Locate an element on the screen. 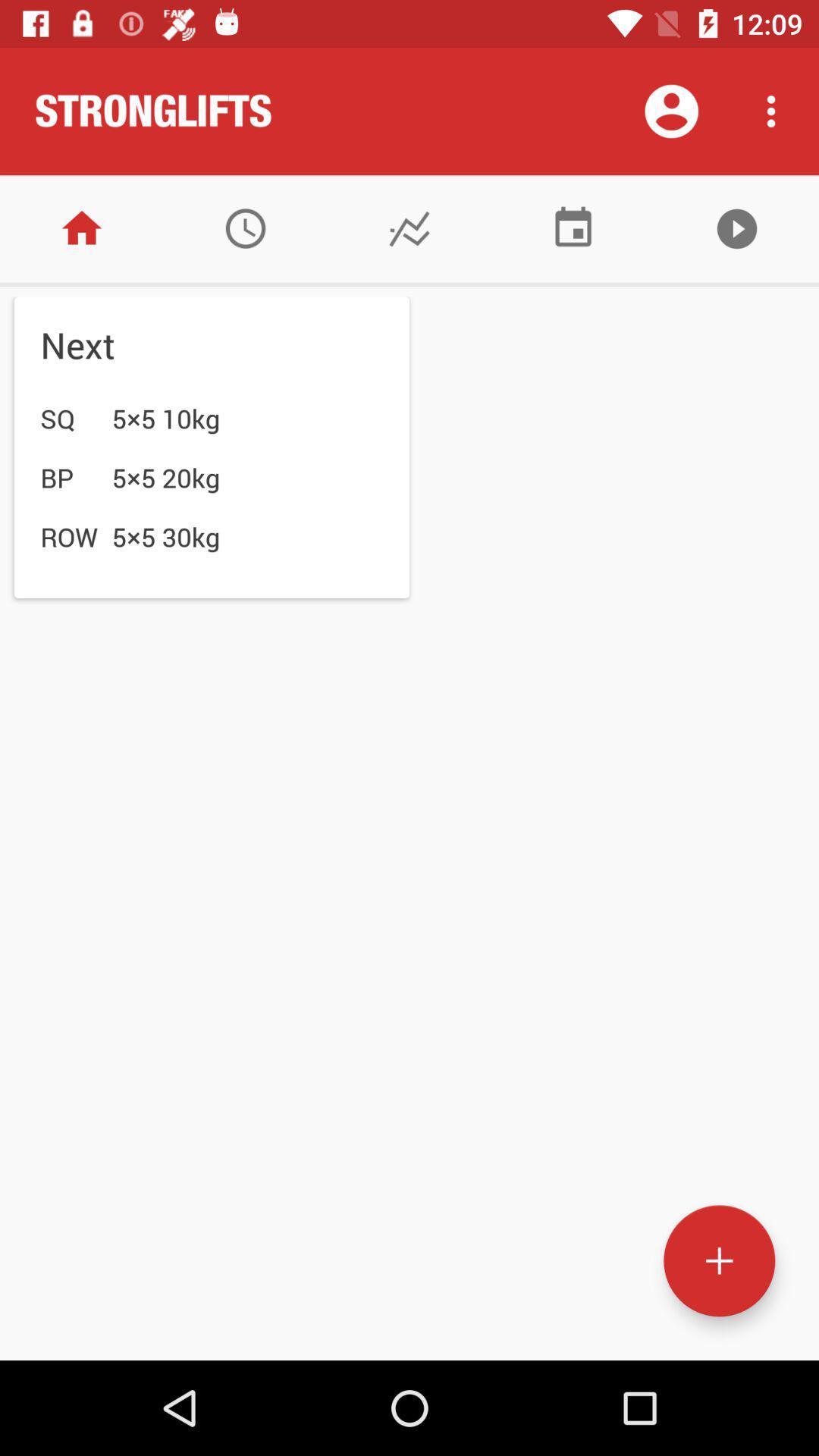  show calendar is located at coordinates (573, 227).